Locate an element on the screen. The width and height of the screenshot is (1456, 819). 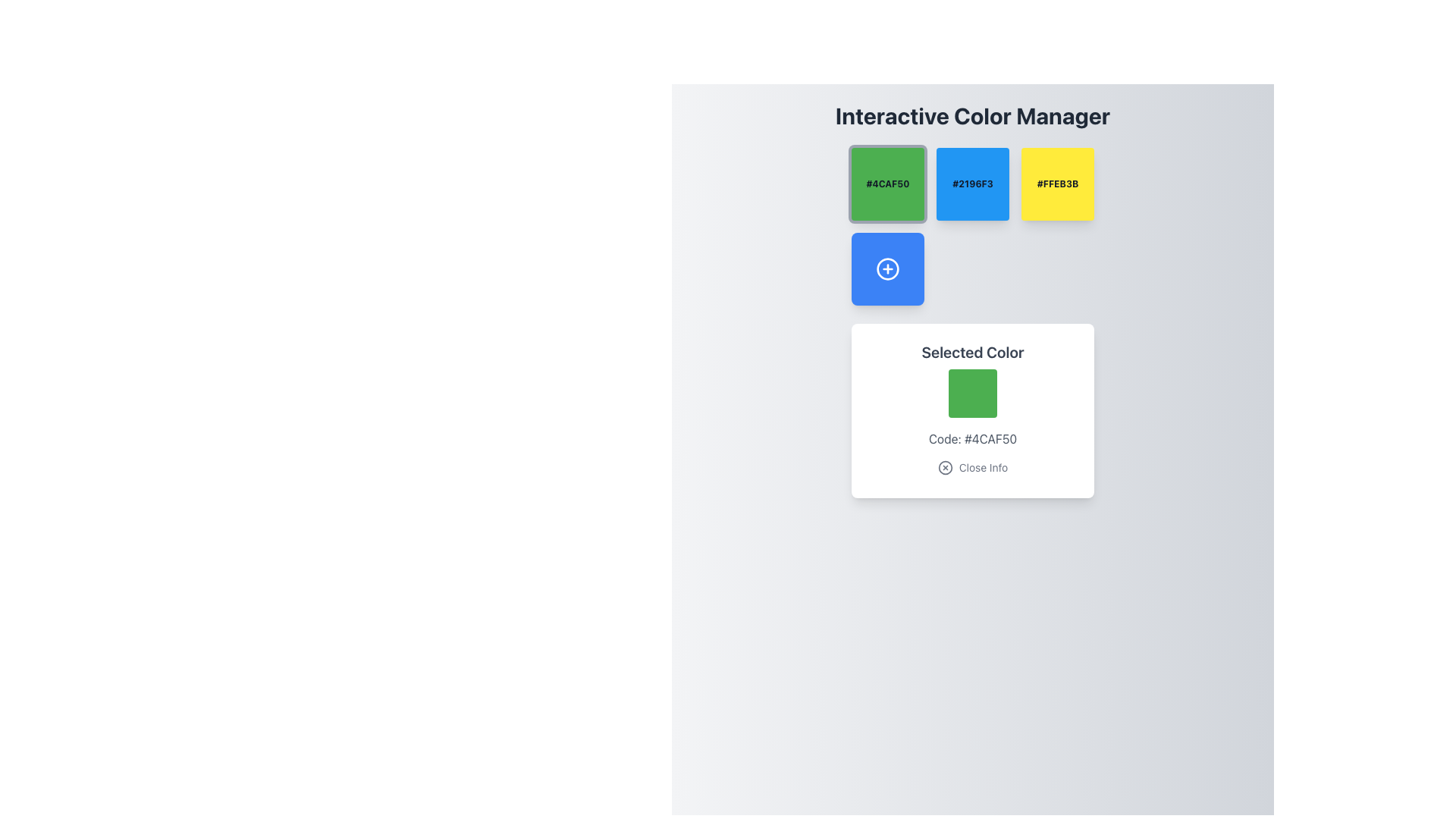
the static text display containing 'Code: #4CAF50', which is styled in gray and positioned below the green color block in the white card is located at coordinates (972, 438).